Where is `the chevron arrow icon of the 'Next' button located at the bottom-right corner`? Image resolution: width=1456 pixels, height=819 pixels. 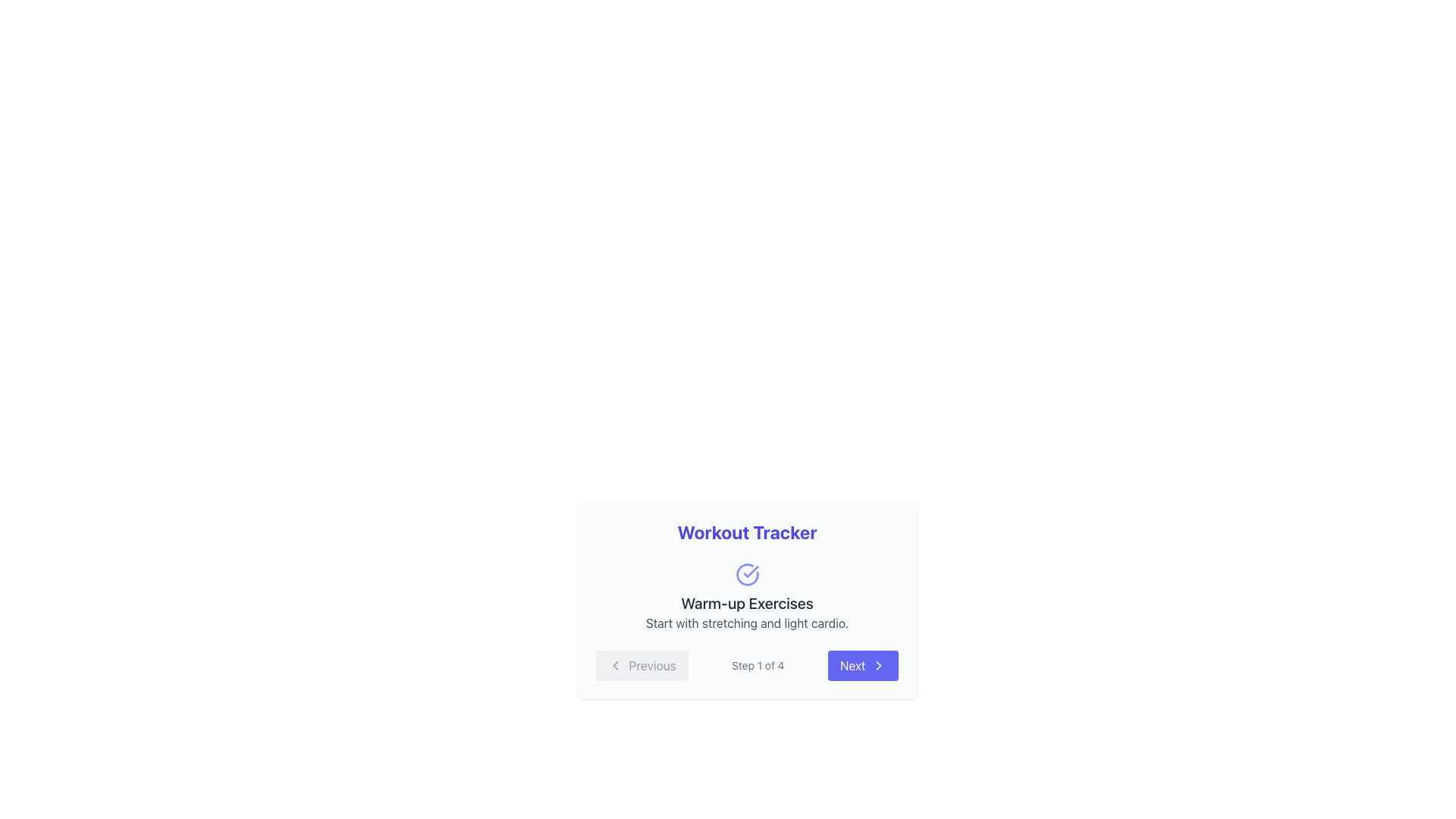 the chevron arrow icon of the 'Next' button located at the bottom-right corner is located at coordinates (879, 665).